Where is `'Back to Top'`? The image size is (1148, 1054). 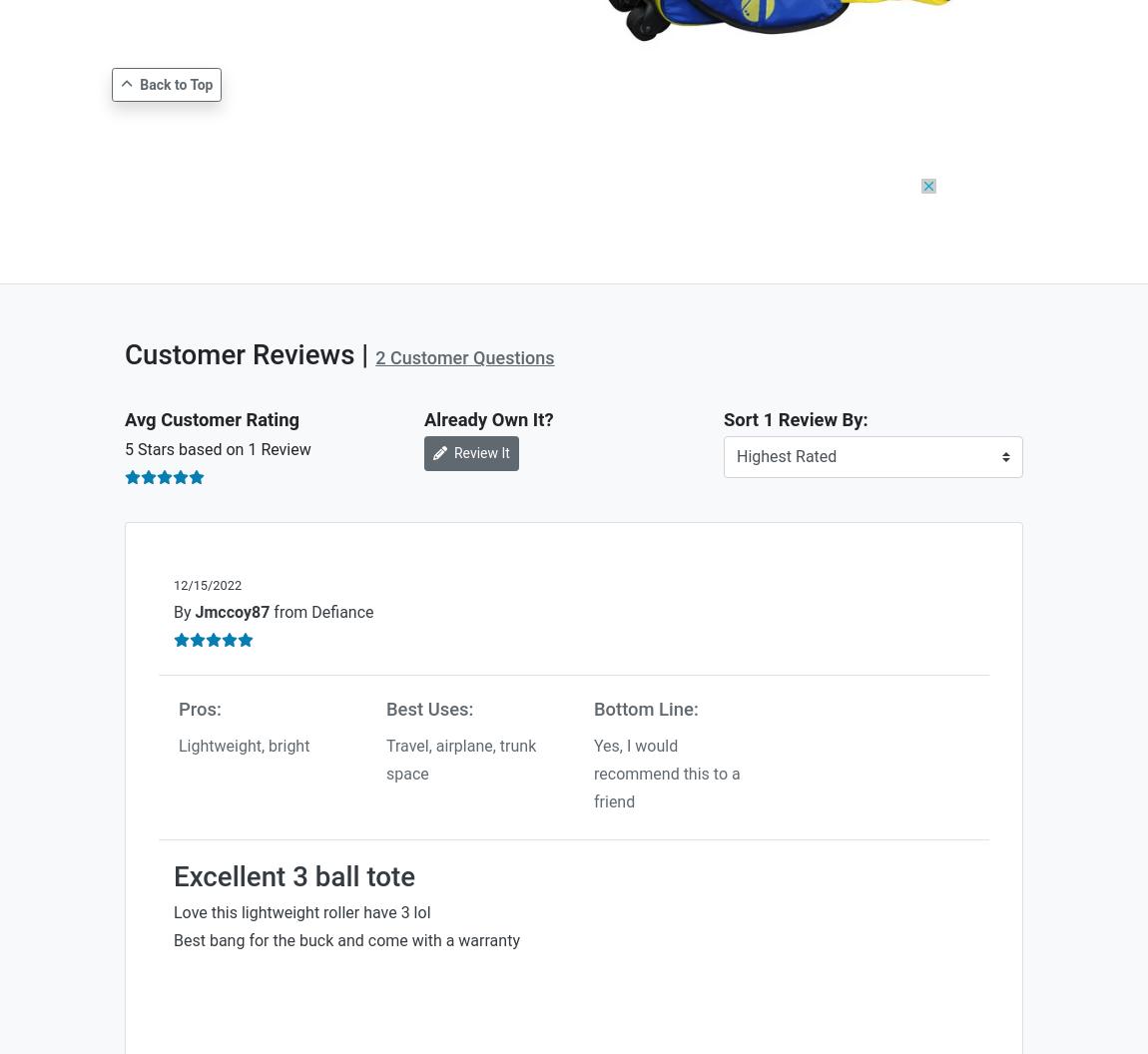 'Back to Top' is located at coordinates (175, 82).